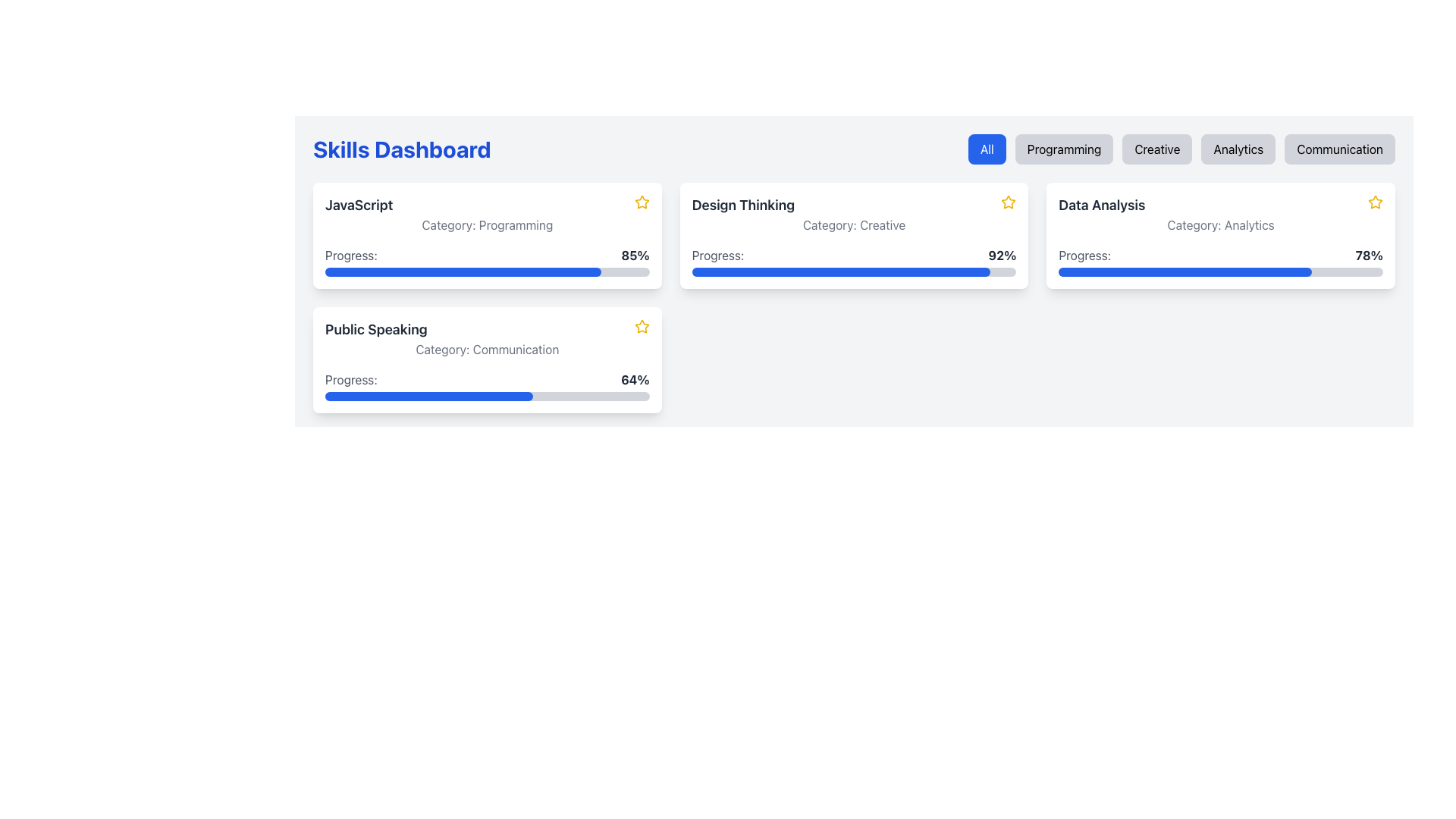  What do you see at coordinates (358, 205) in the screenshot?
I see `the bold text label displaying 'JavaScript' in a large font size, located in the programming category section of the 'Skills Dashboard'` at bounding box center [358, 205].